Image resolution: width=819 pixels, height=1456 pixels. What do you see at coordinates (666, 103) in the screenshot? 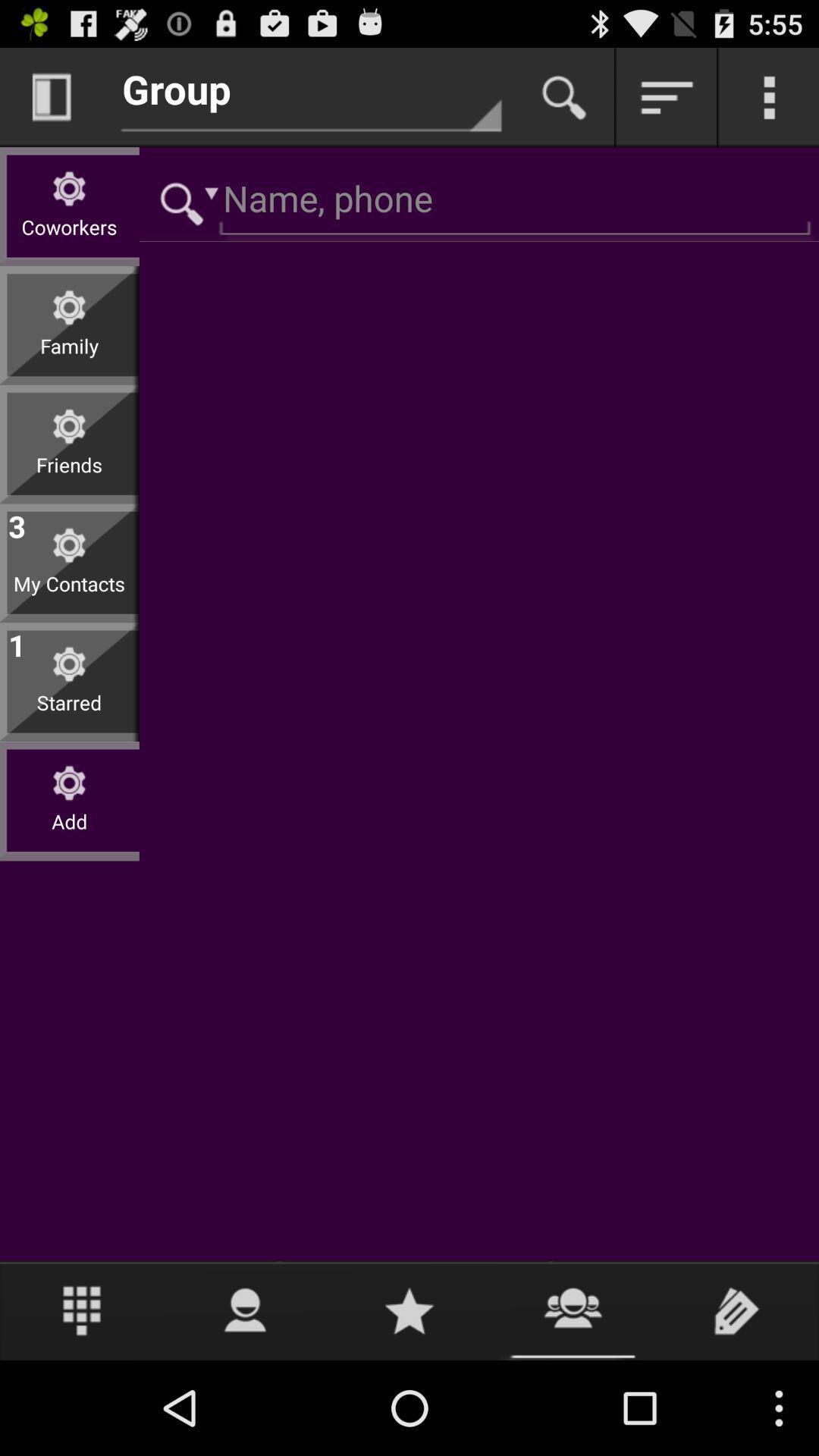
I see `the filter_list icon` at bounding box center [666, 103].